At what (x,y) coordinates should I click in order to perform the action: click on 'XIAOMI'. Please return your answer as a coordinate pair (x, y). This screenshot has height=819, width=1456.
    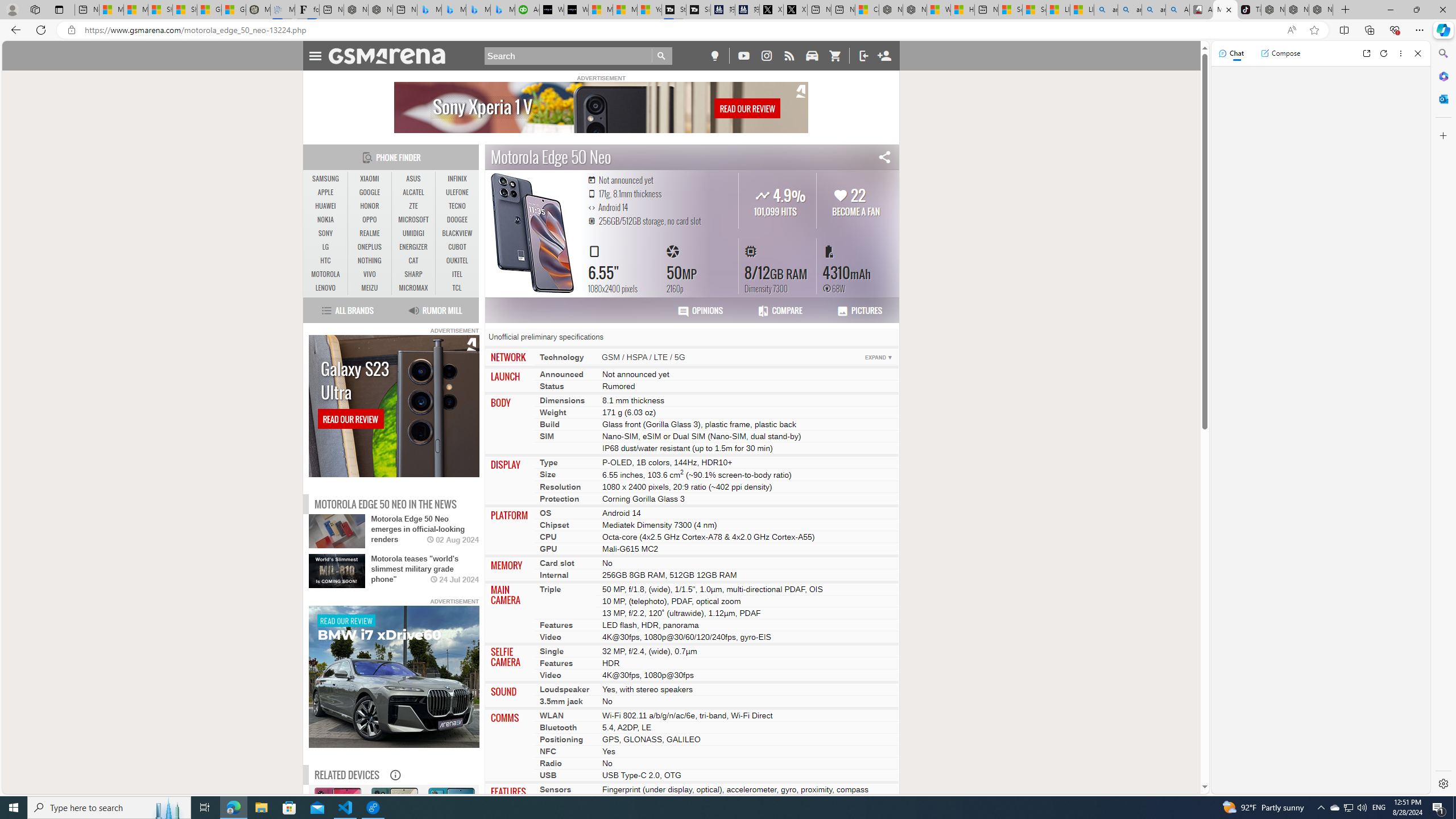
    Looking at the image, I should click on (369, 179).